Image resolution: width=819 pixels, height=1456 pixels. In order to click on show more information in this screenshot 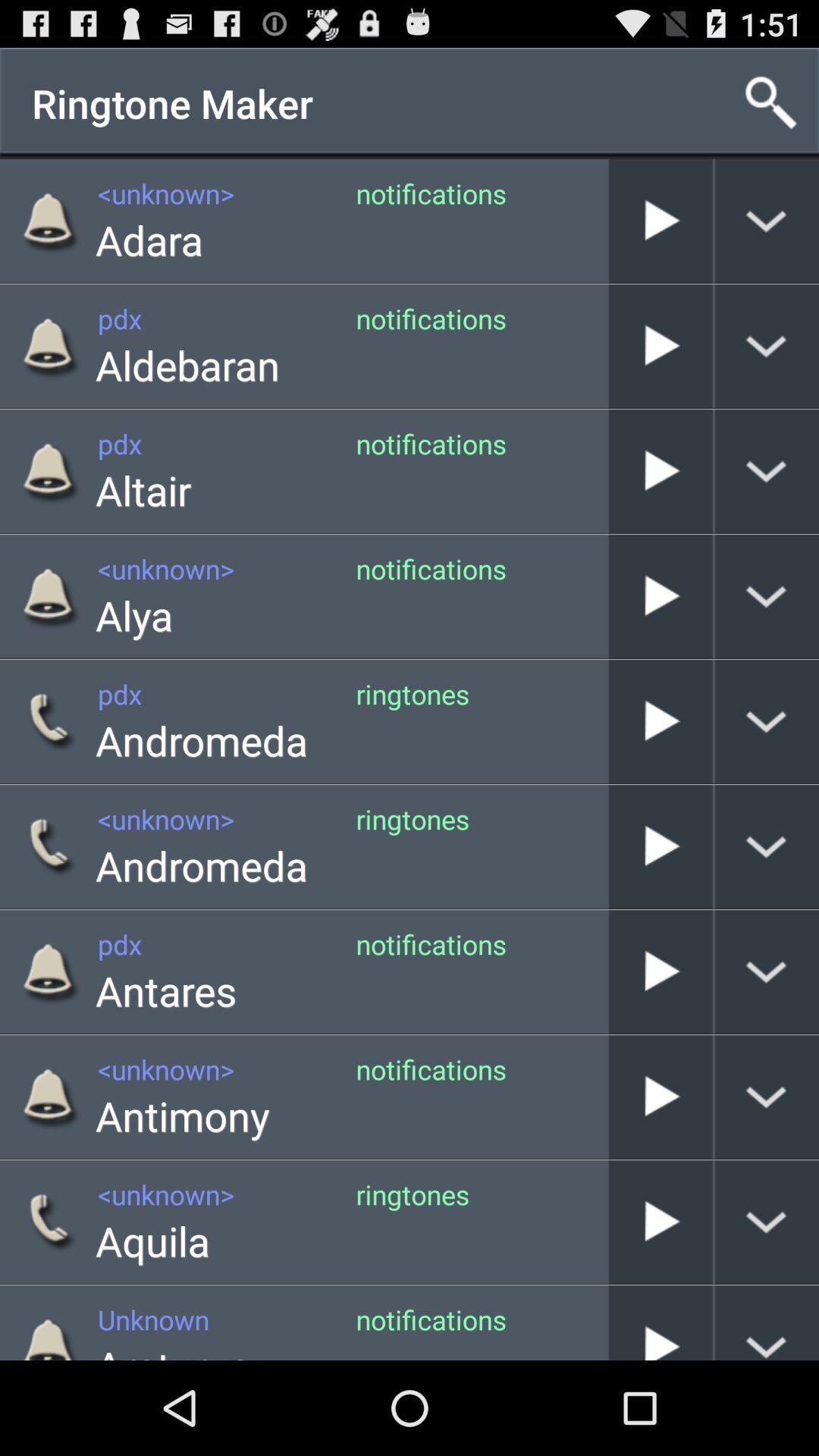, I will do `click(767, 345)`.